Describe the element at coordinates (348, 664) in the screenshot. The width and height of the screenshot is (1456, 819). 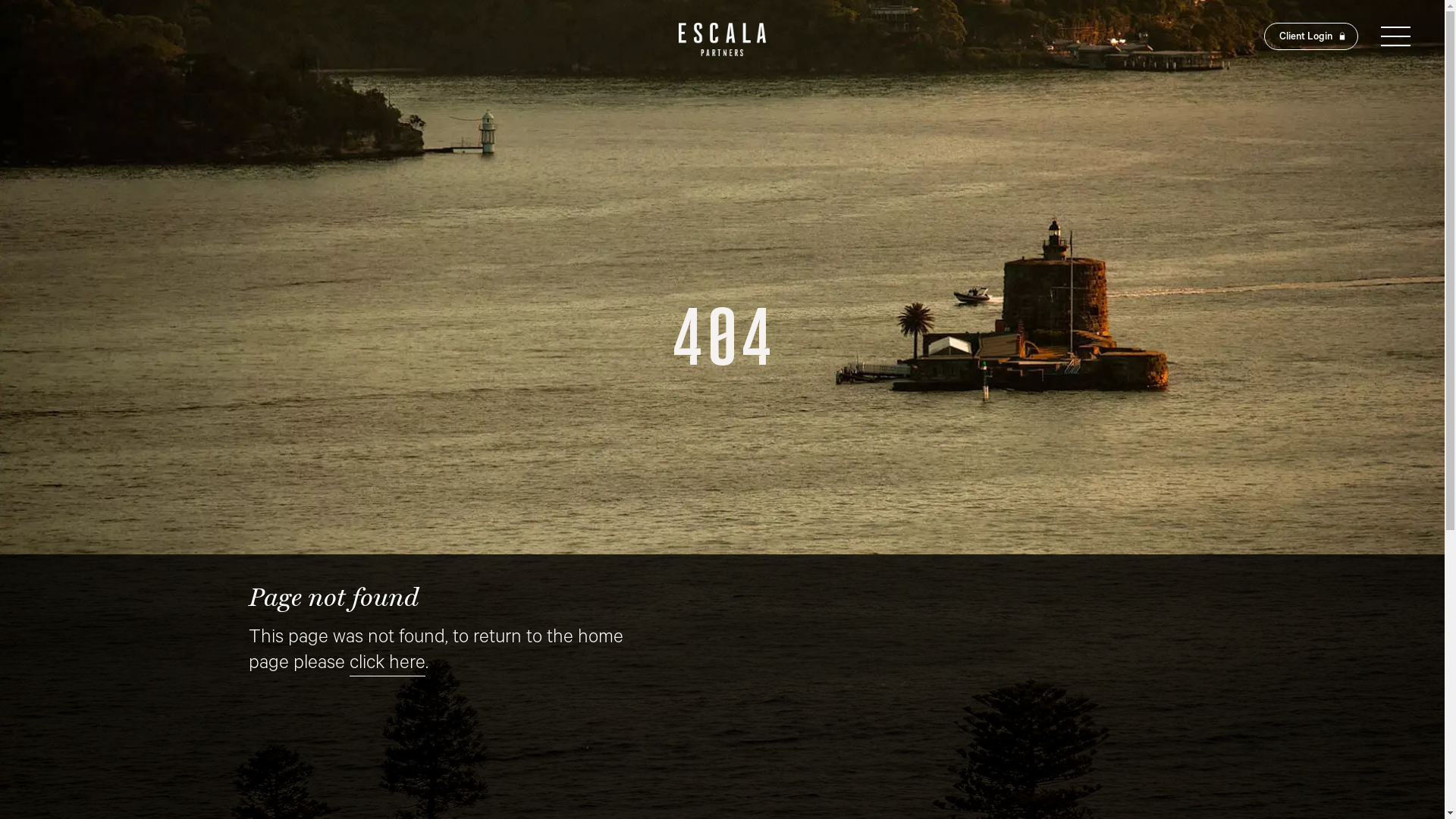
I see `'click here'` at that location.